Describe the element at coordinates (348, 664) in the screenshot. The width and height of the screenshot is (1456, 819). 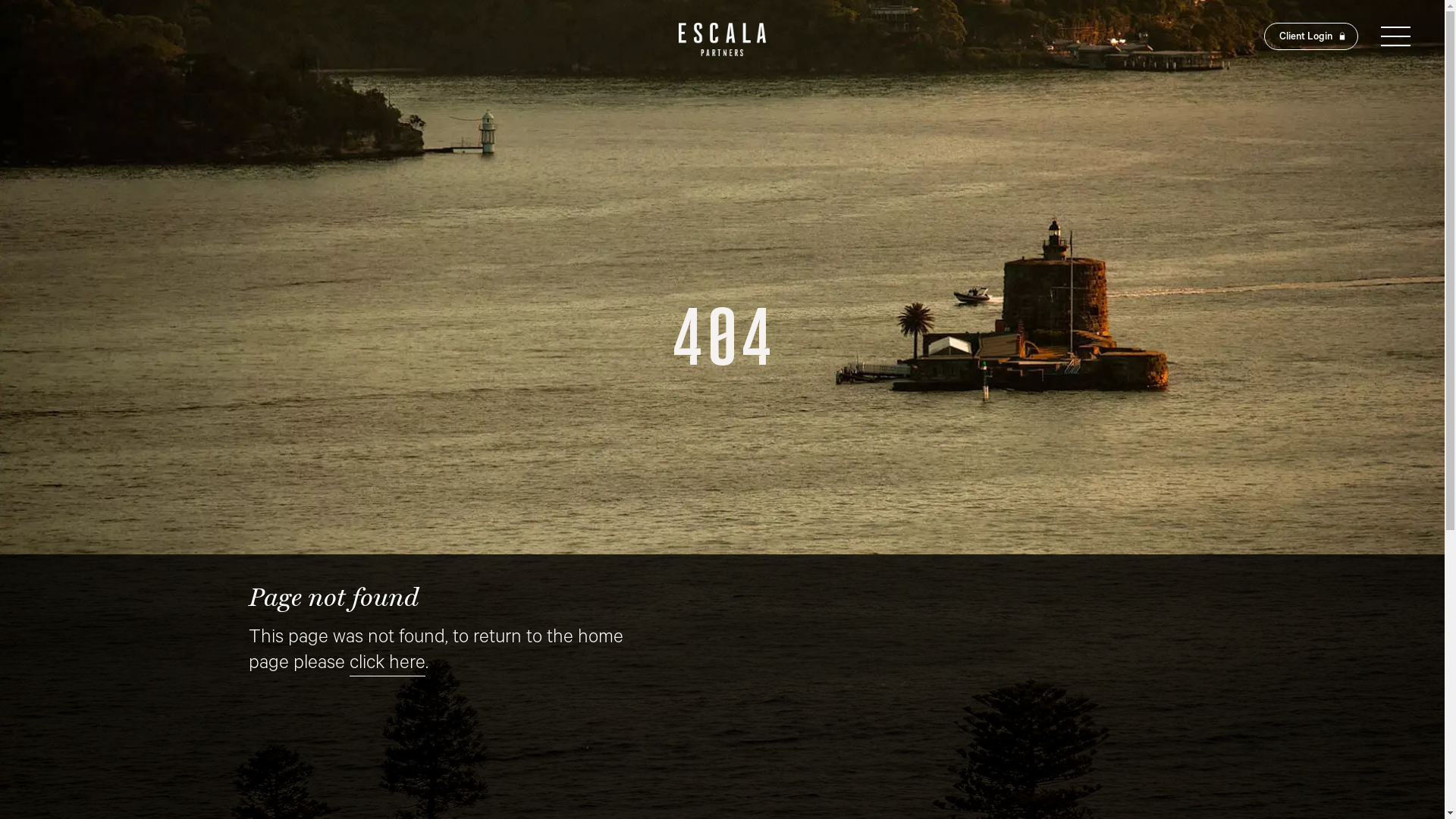
I see `'click here'` at that location.